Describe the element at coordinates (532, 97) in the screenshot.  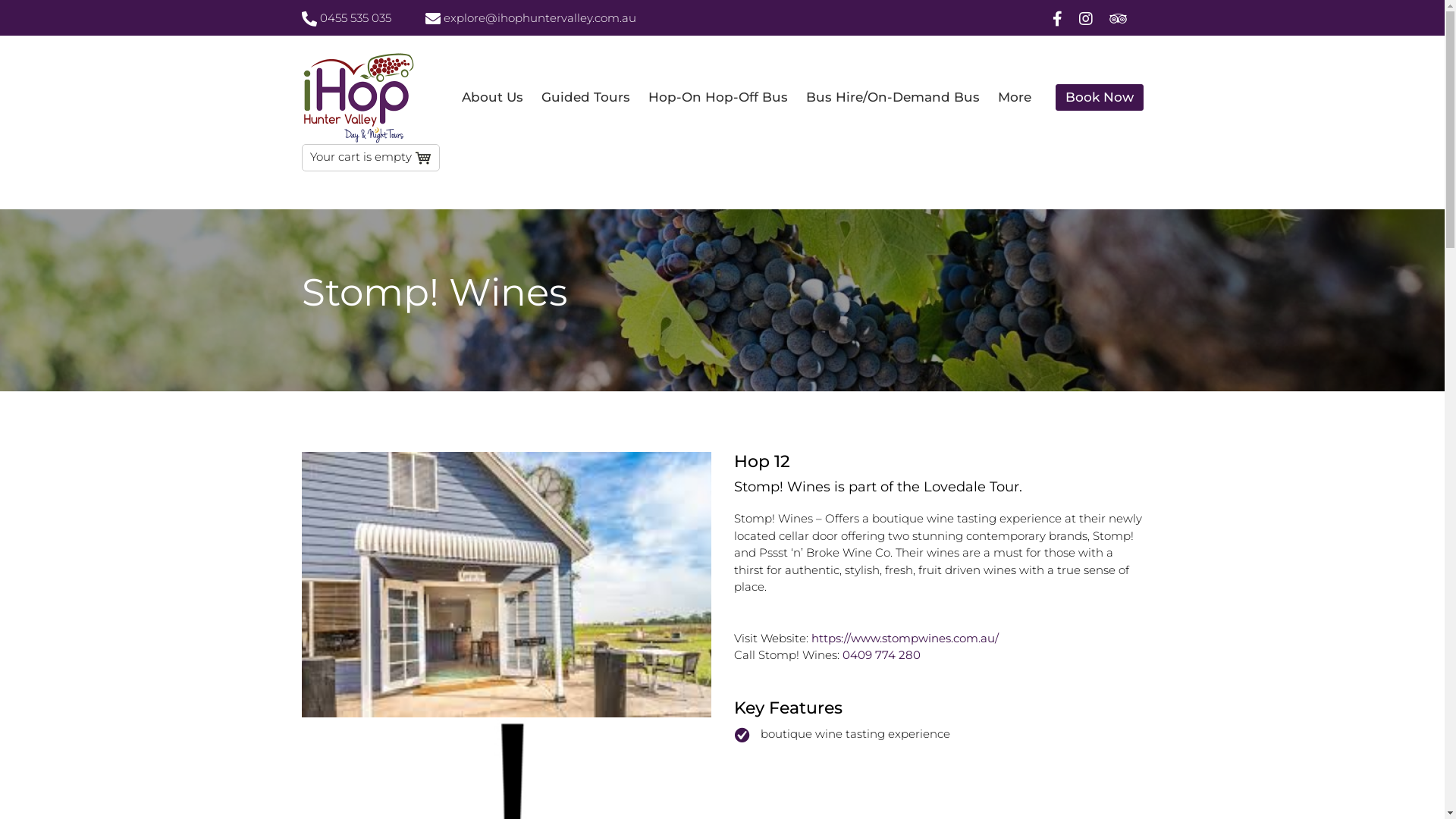
I see `'Guided Tours'` at that location.